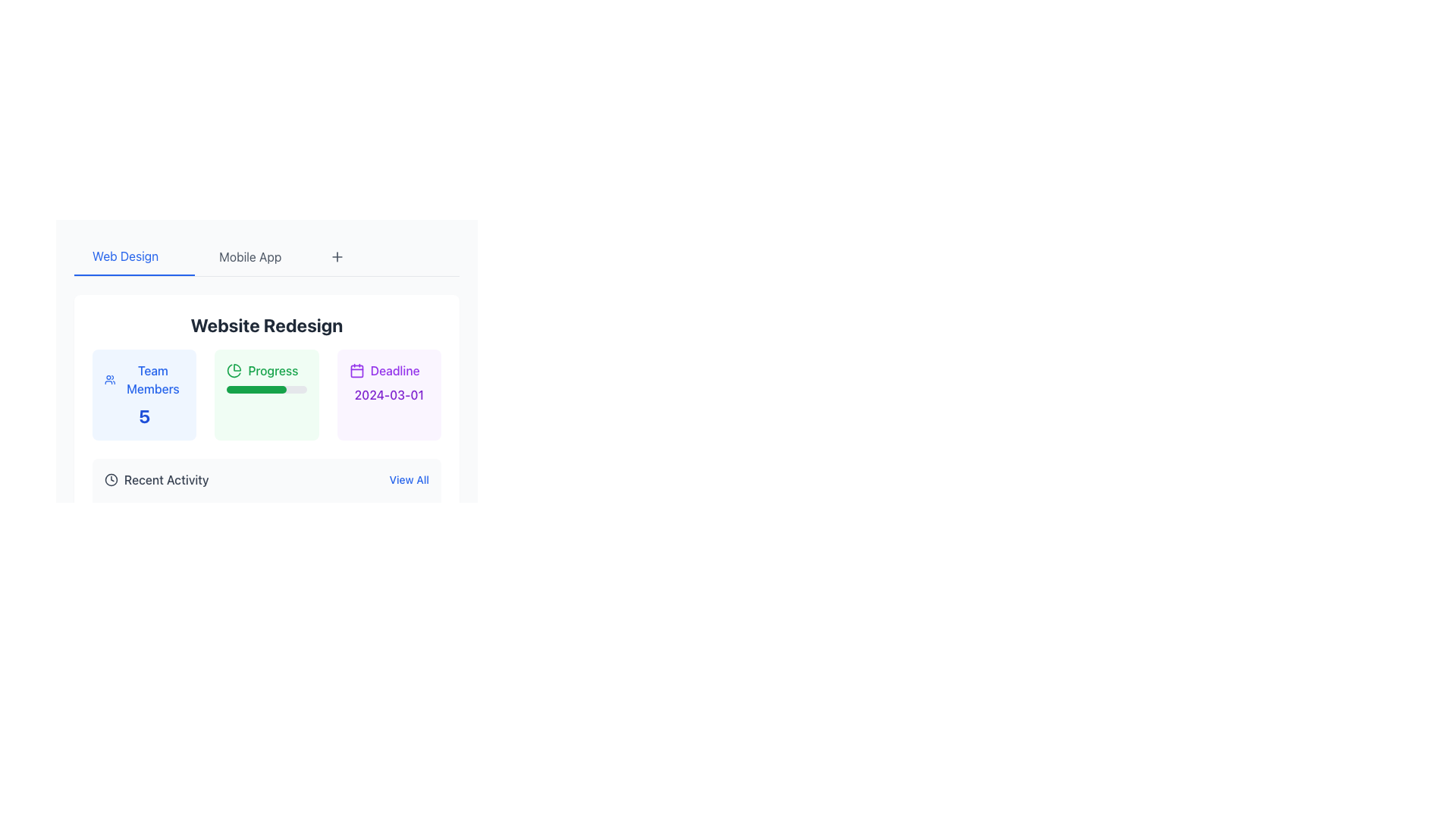 Image resolution: width=1456 pixels, height=819 pixels. I want to click on the circular button with a '+' icon located on the right side of the navigation bar, so click(337, 256).